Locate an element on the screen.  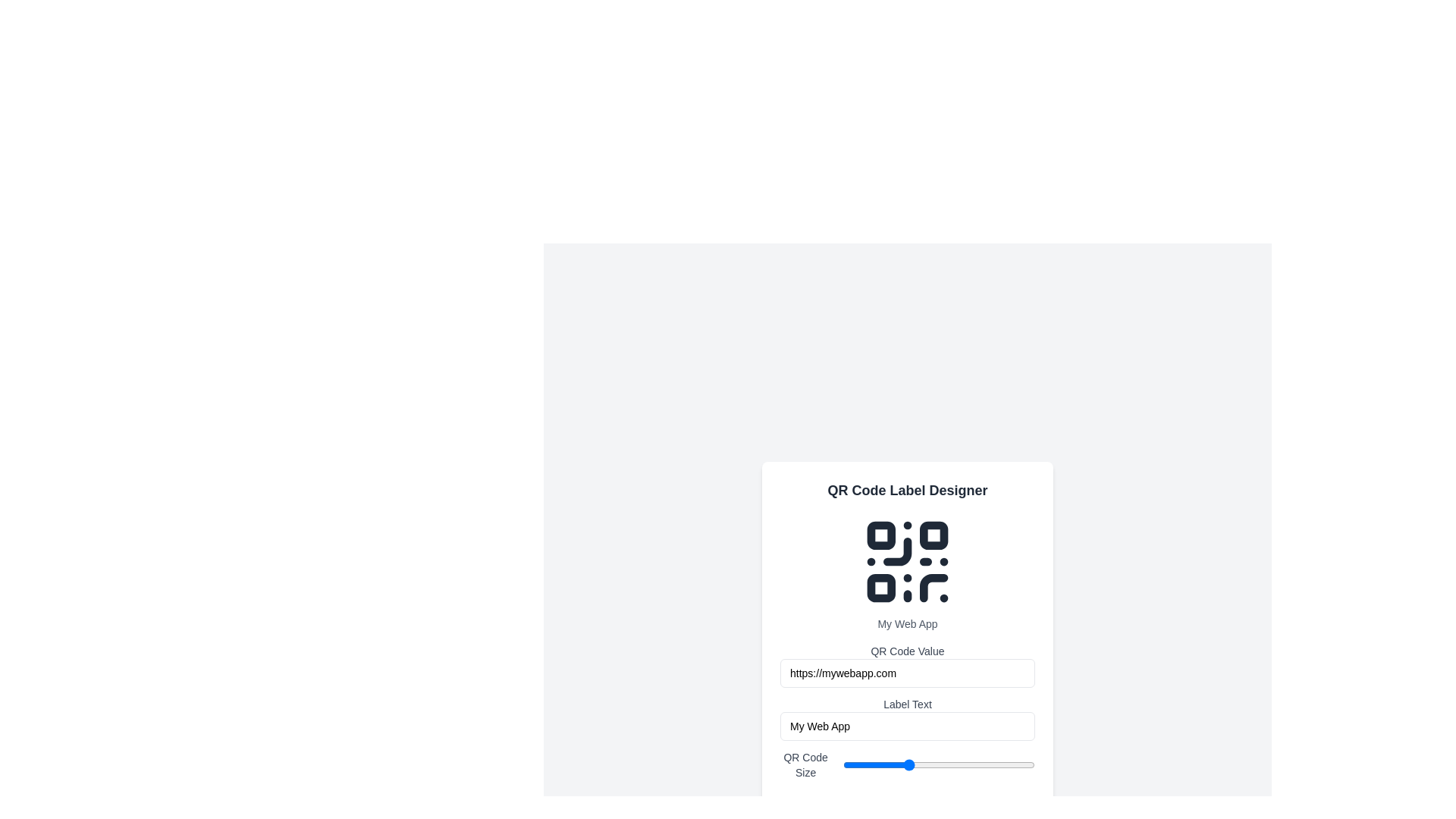
the QR code size is located at coordinates (975, 765).